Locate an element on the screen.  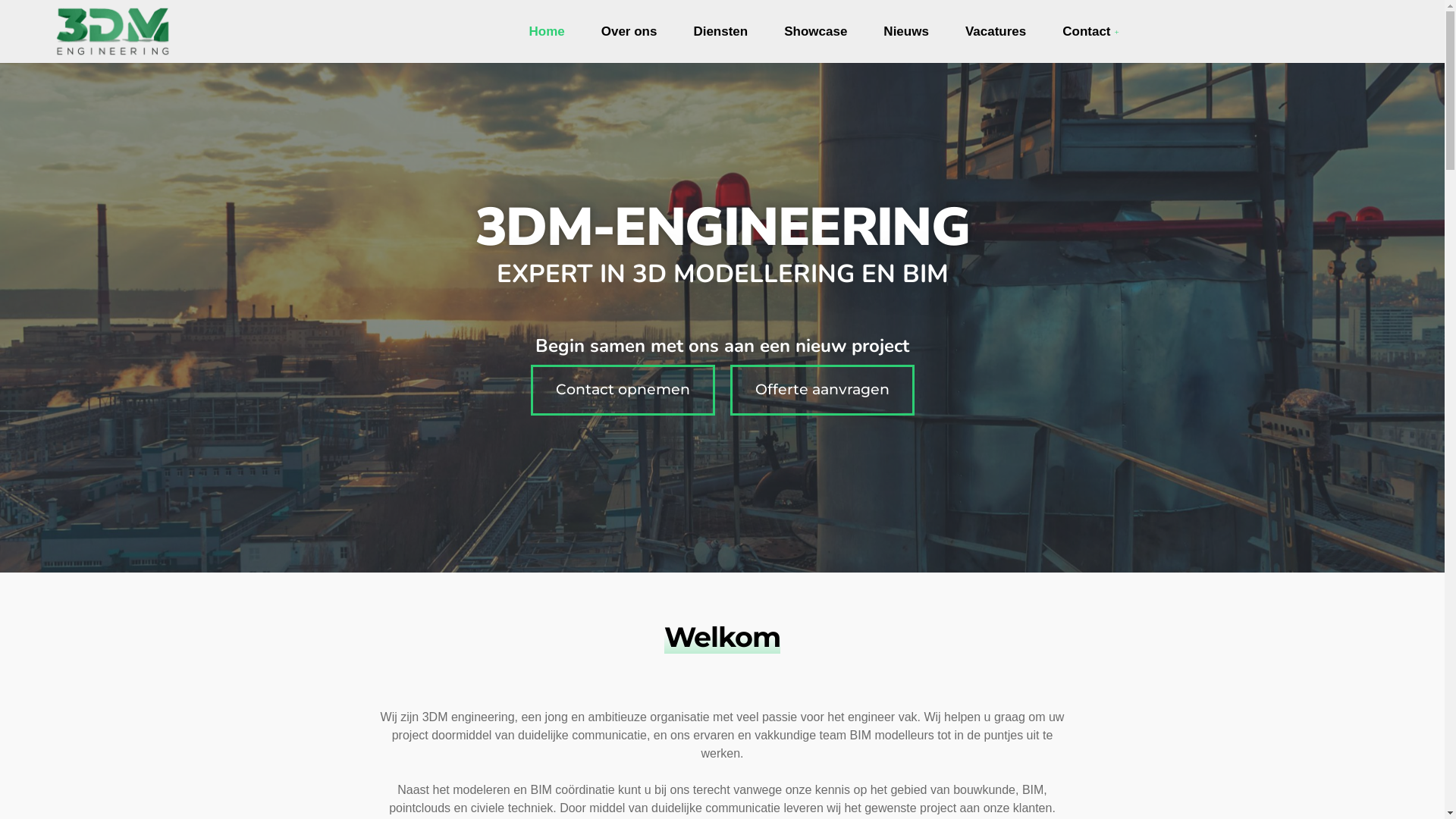
'Diensten' is located at coordinates (720, 32).